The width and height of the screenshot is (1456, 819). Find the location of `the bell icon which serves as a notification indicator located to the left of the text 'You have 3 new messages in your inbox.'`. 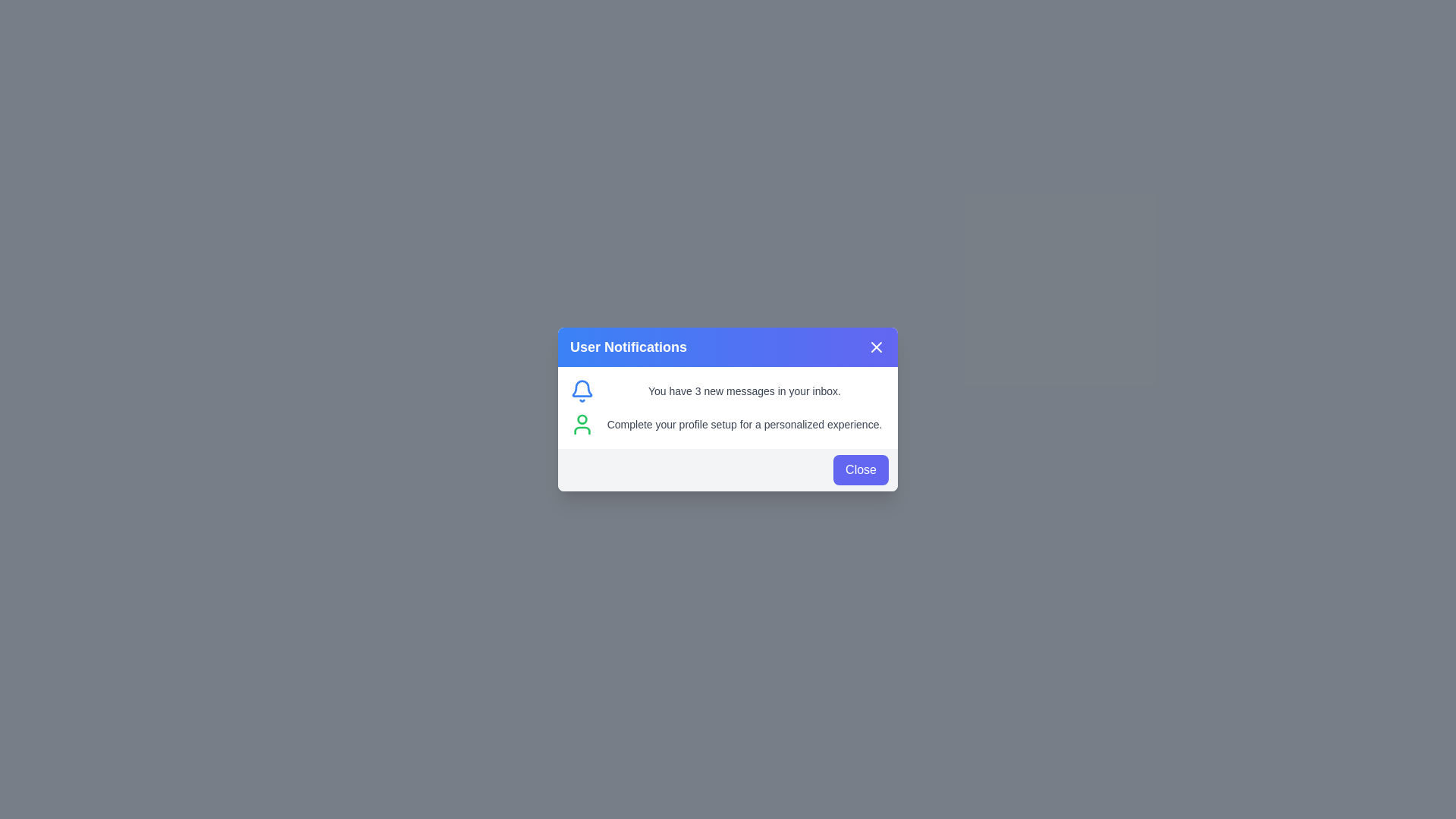

the bell icon which serves as a notification indicator located to the left of the text 'You have 3 new messages in your inbox.' is located at coordinates (582, 391).